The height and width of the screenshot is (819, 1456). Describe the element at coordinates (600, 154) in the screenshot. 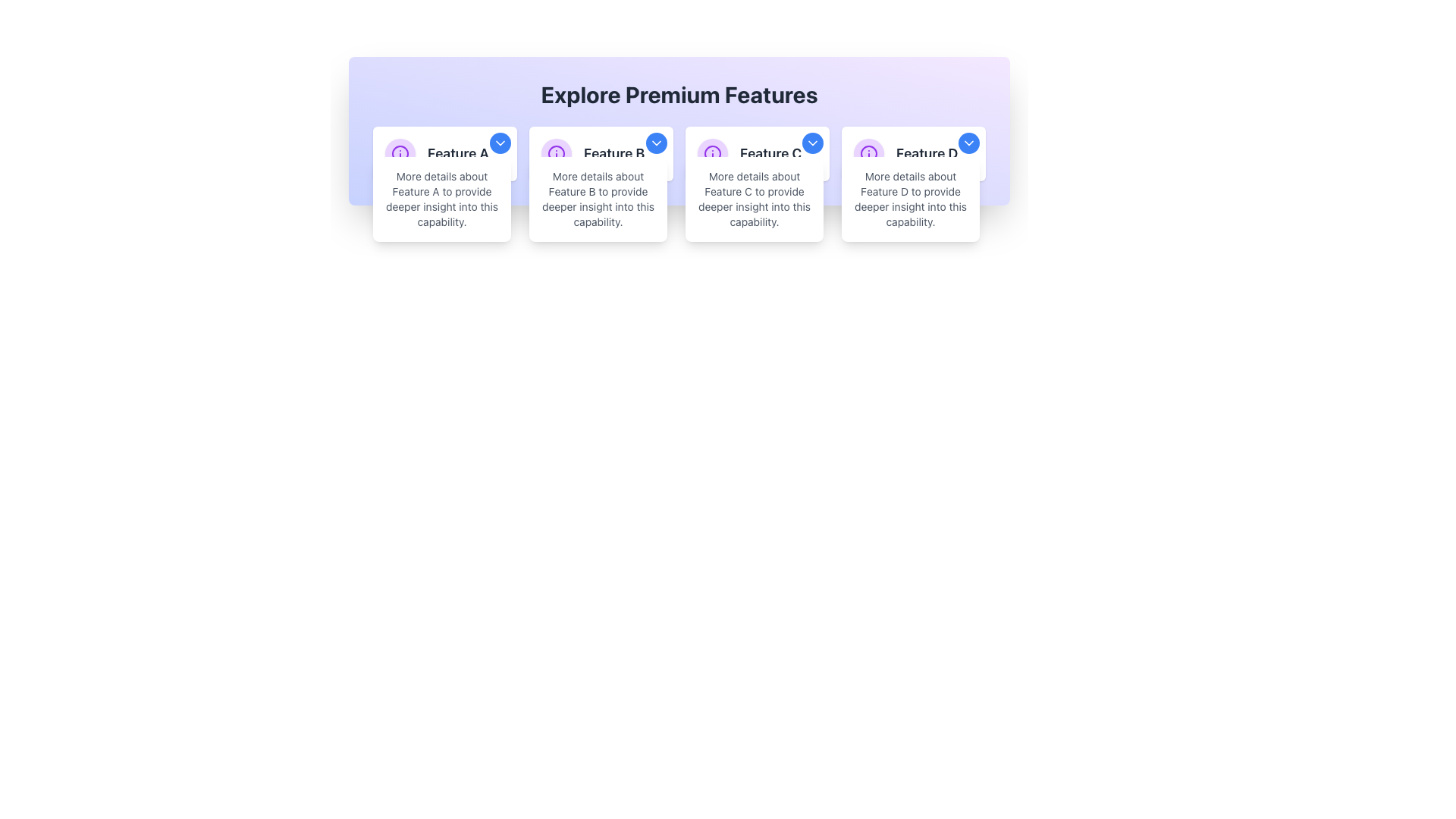

I see `the second card from the left in the grid of four cards beneath the 'Explore Premium Features' header, which provides a summary of a feature with a title and description` at that location.